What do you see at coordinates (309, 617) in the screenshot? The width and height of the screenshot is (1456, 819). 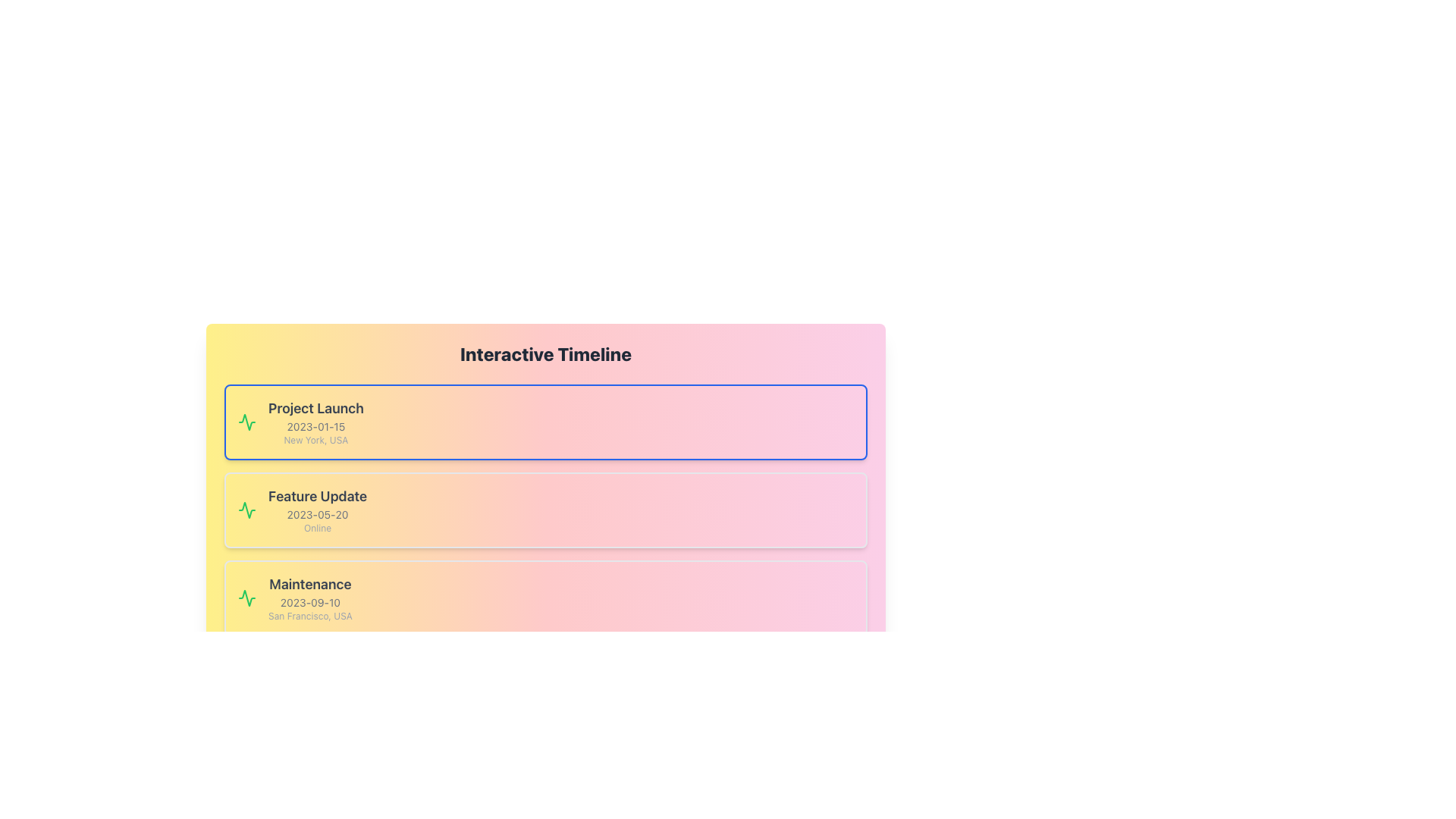 I see `the text label displaying the location associated with the 'Maintenance' event` at bounding box center [309, 617].